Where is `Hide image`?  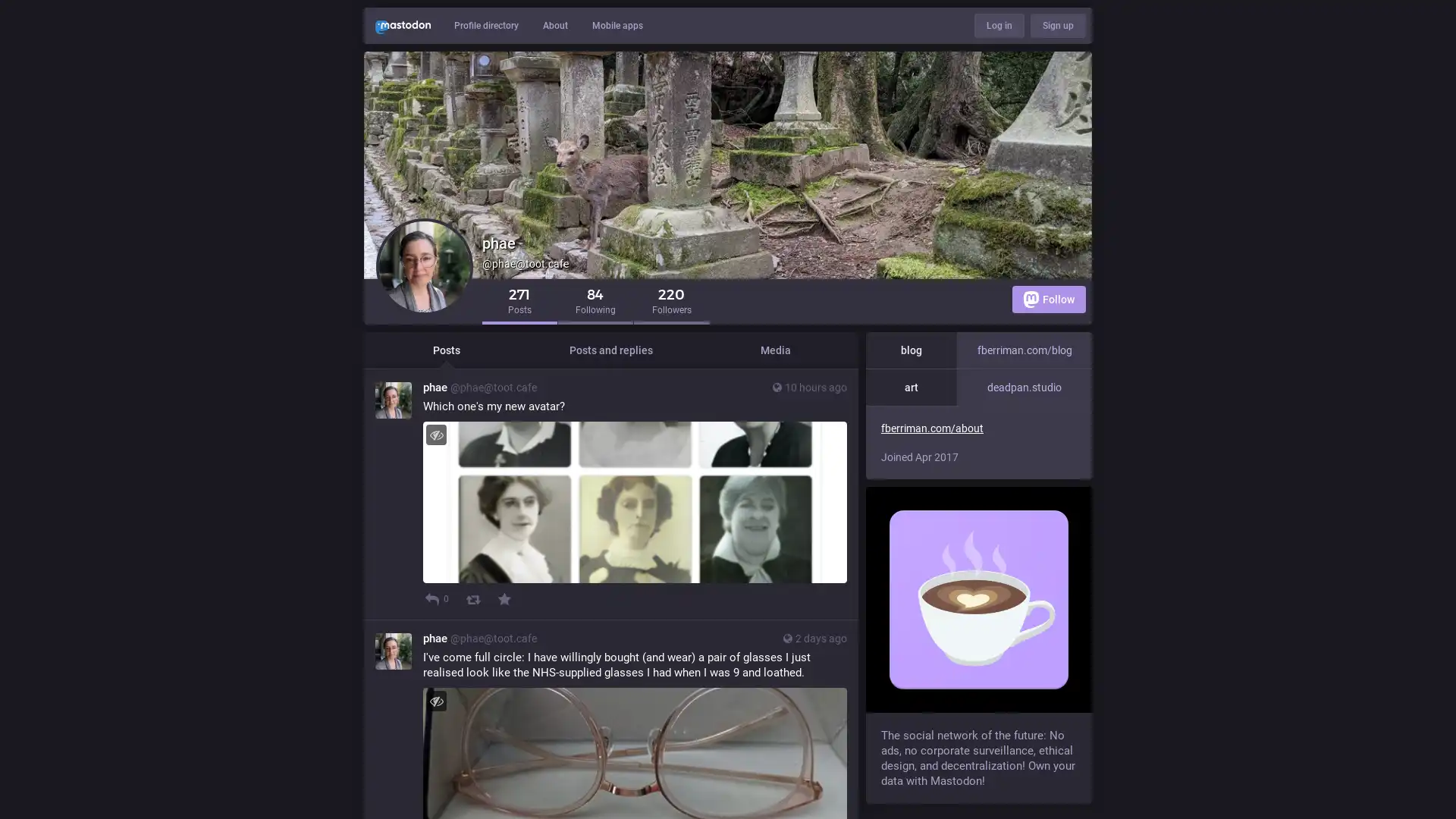 Hide image is located at coordinates (435, 435).